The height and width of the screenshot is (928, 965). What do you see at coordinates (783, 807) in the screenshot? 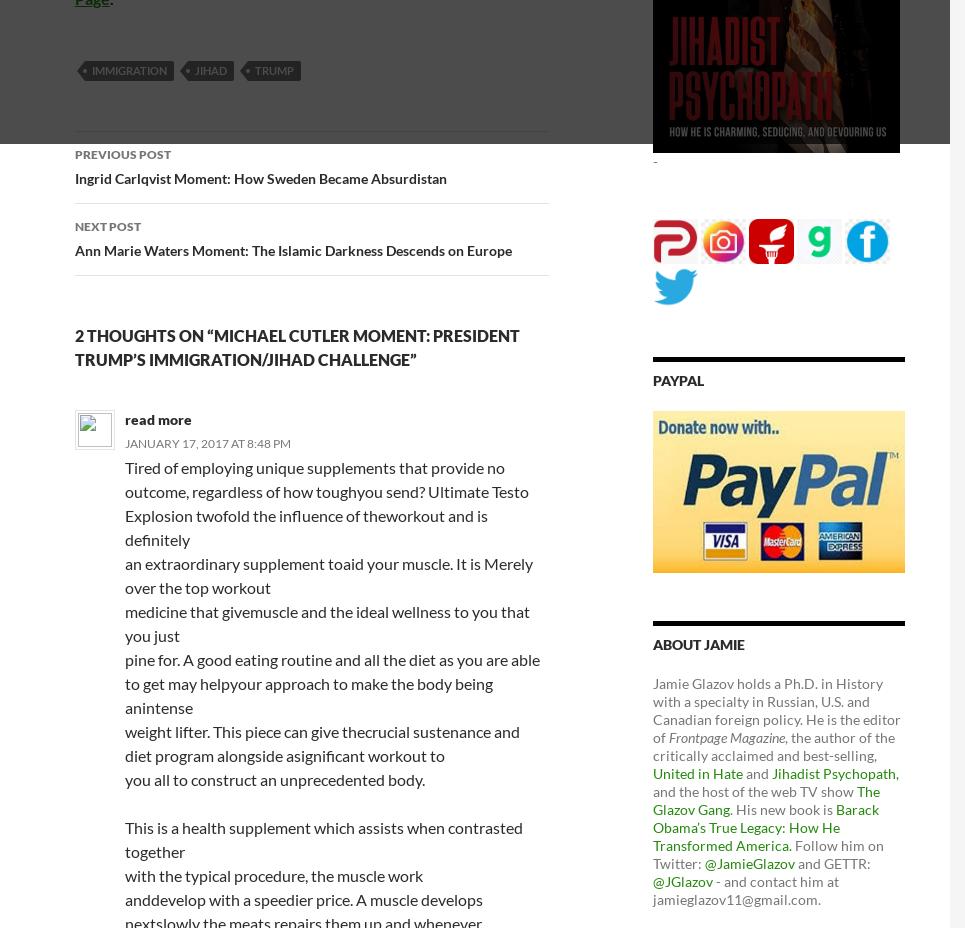
I see `'. His new book is'` at bounding box center [783, 807].